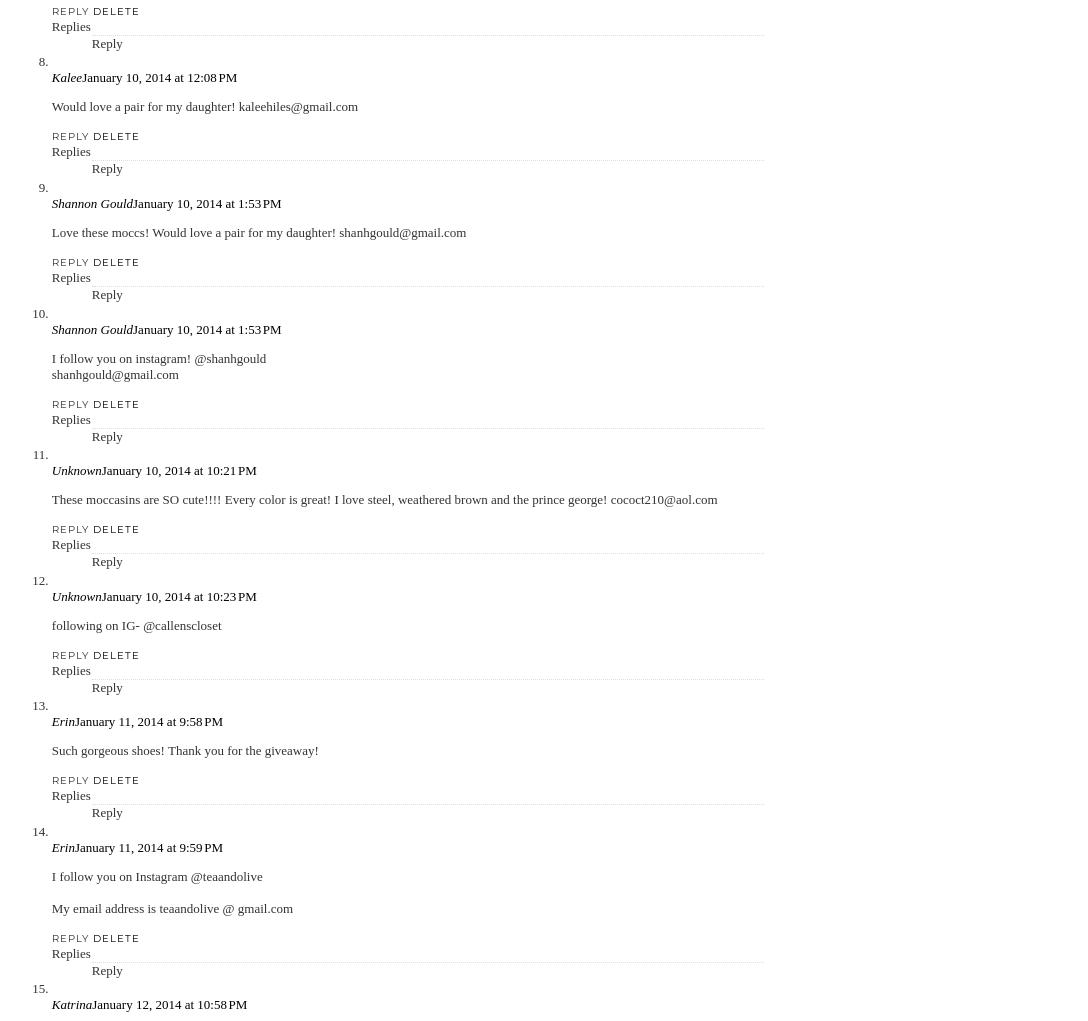 This screenshot has height=1021, width=1088. Describe the element at coordinates (147, 846) in the screenshot. I see `'January 11, 2014 at 9:59 PM'` at that location.